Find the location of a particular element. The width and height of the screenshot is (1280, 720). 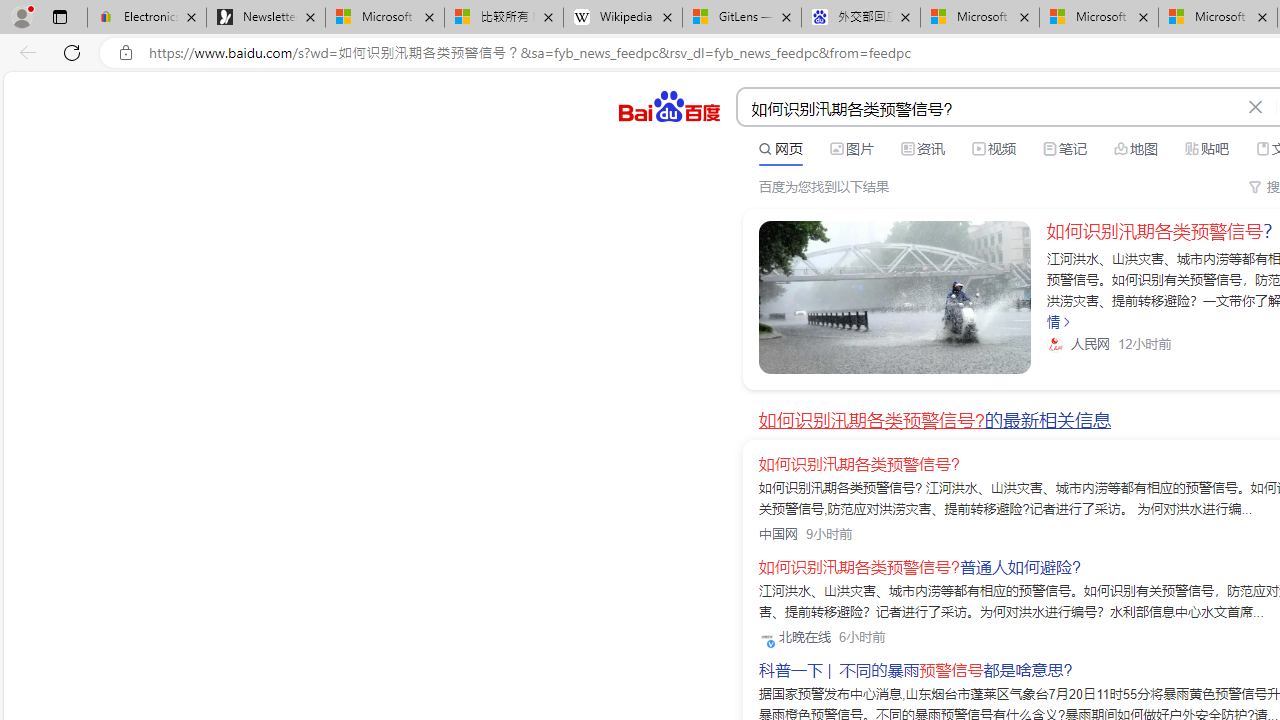

'Wikipedia' is located at coordinates (622, 17).